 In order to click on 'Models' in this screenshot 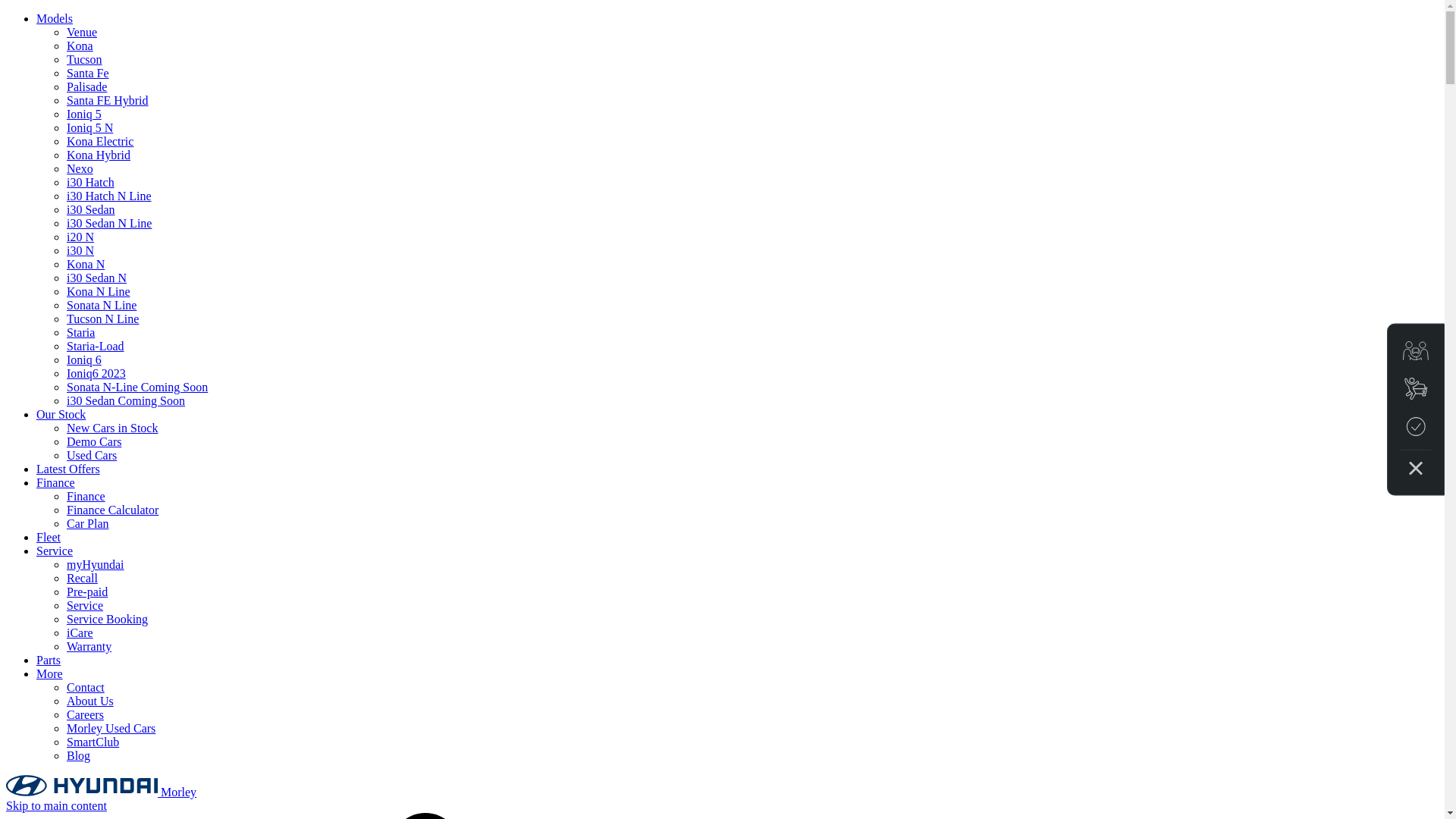, I will do `click(55, 18)`.